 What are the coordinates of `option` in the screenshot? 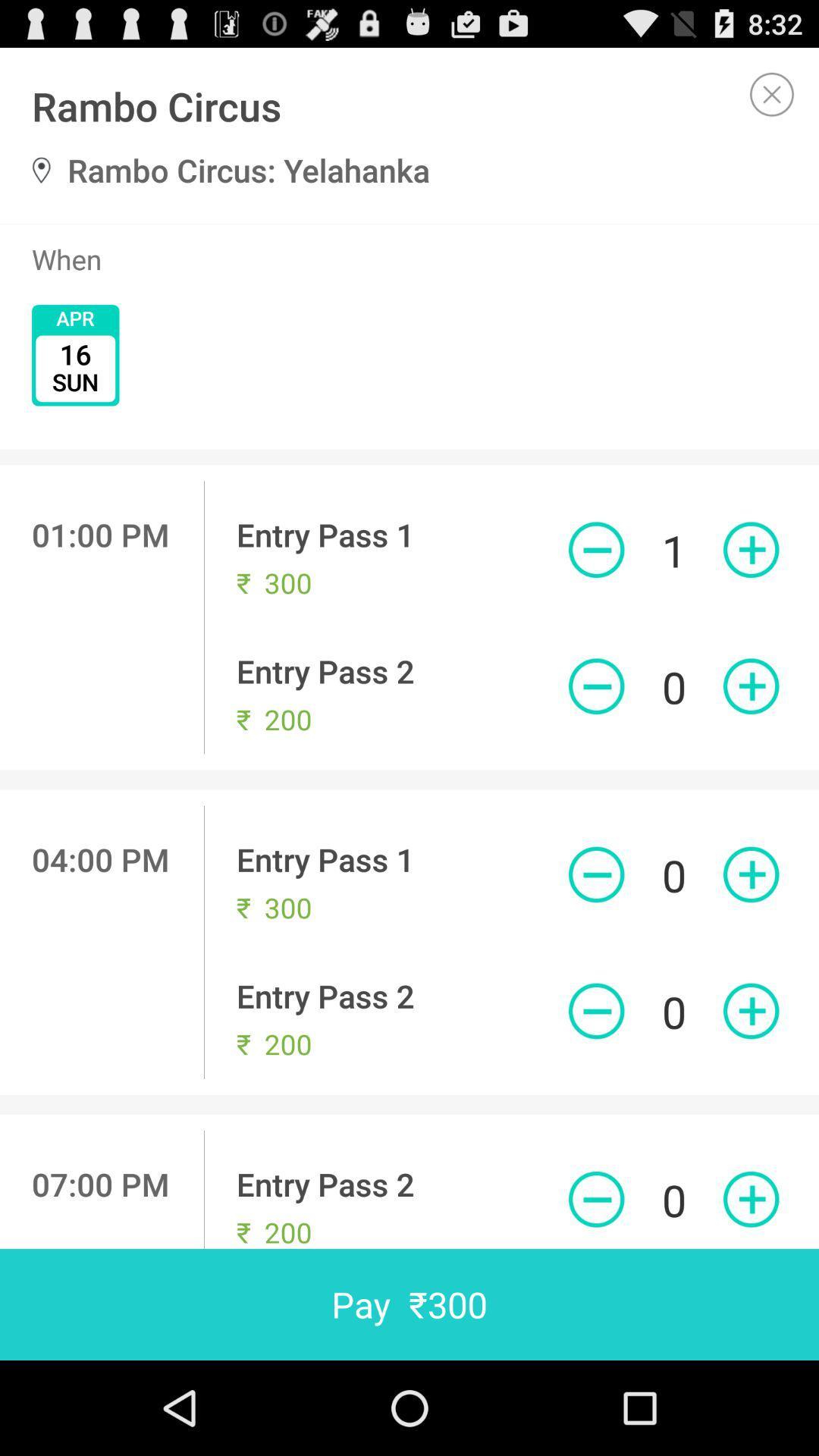 It's located at (772, 93).